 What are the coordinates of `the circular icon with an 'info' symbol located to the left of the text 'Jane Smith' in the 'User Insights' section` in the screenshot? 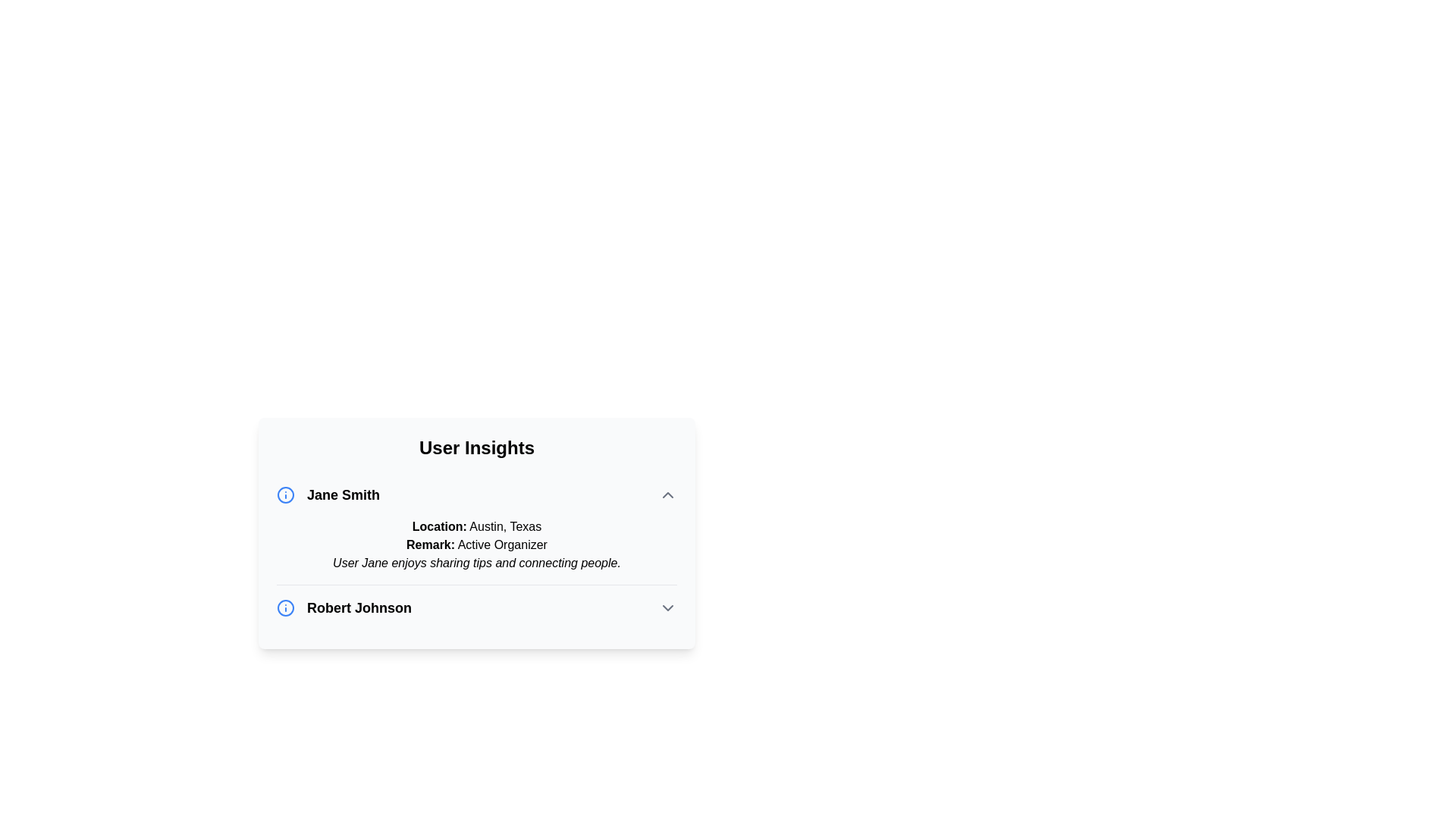 It's located at (286, 494).